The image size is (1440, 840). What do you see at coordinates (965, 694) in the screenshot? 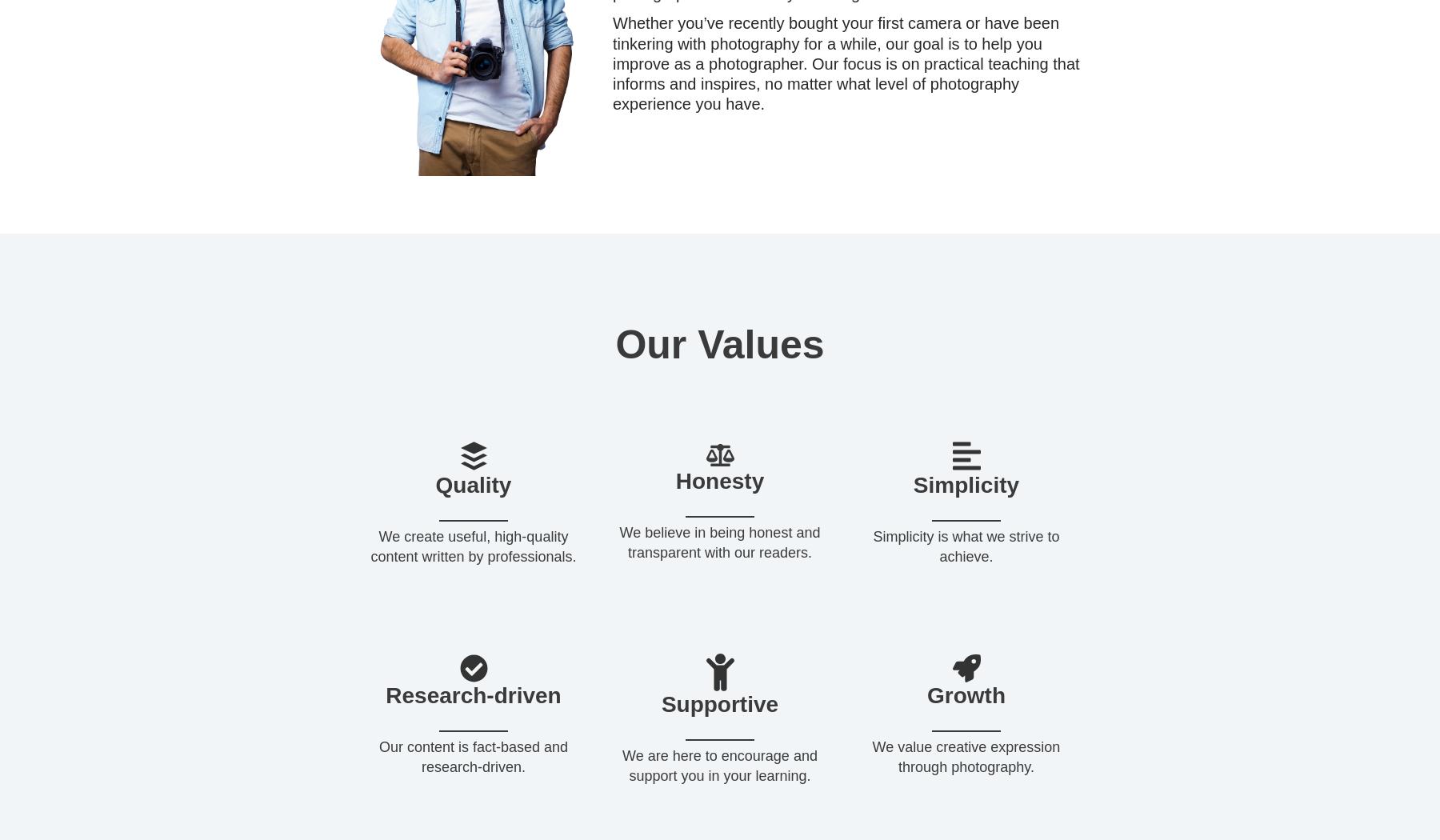
I see `'Growth'` at bounding box center [965, 694].